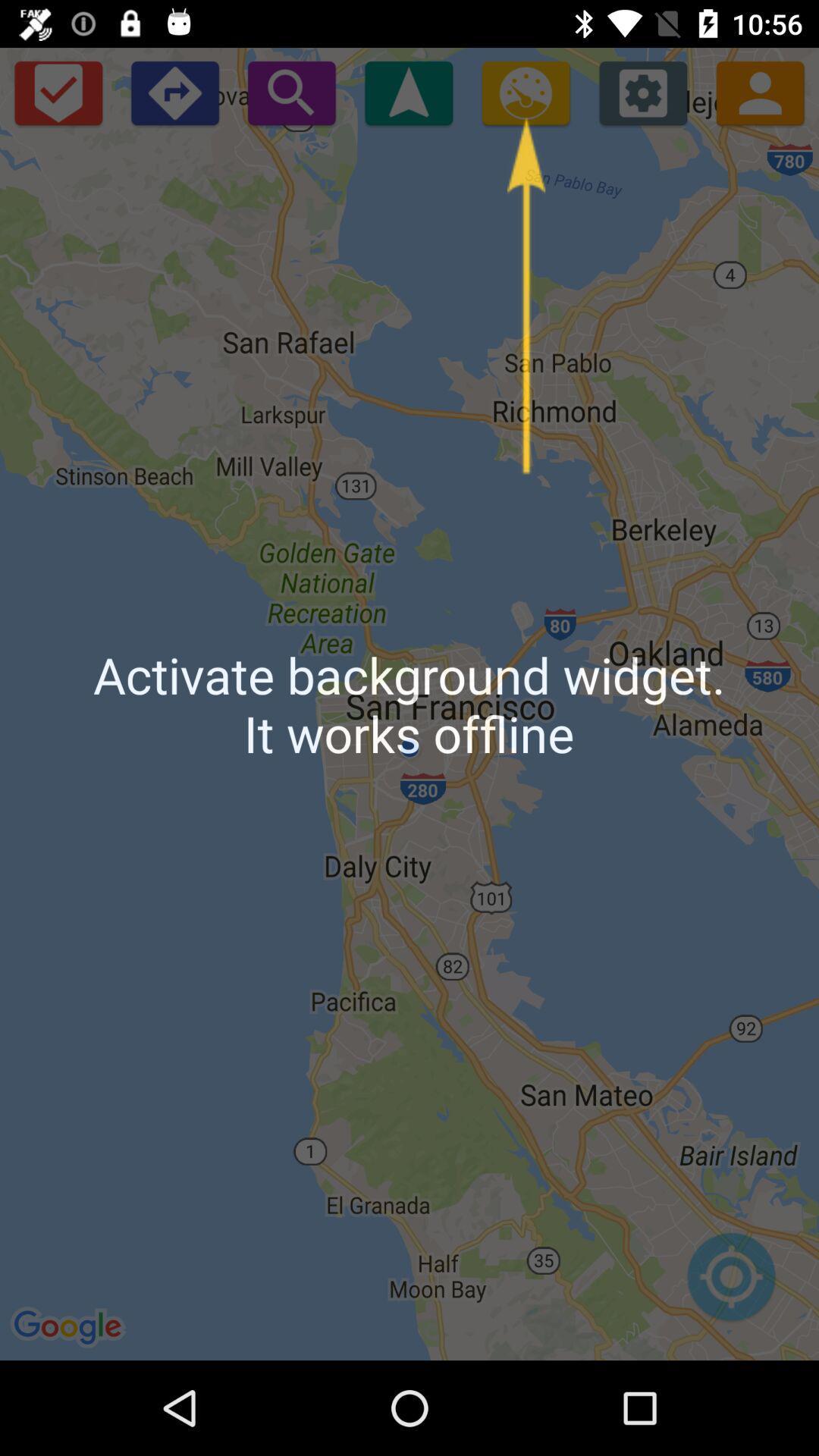 This screenshot has height=1456, width=819. Describe the element at coordinates (57, 92) in the screenshot. I see `the check icon` at that location.